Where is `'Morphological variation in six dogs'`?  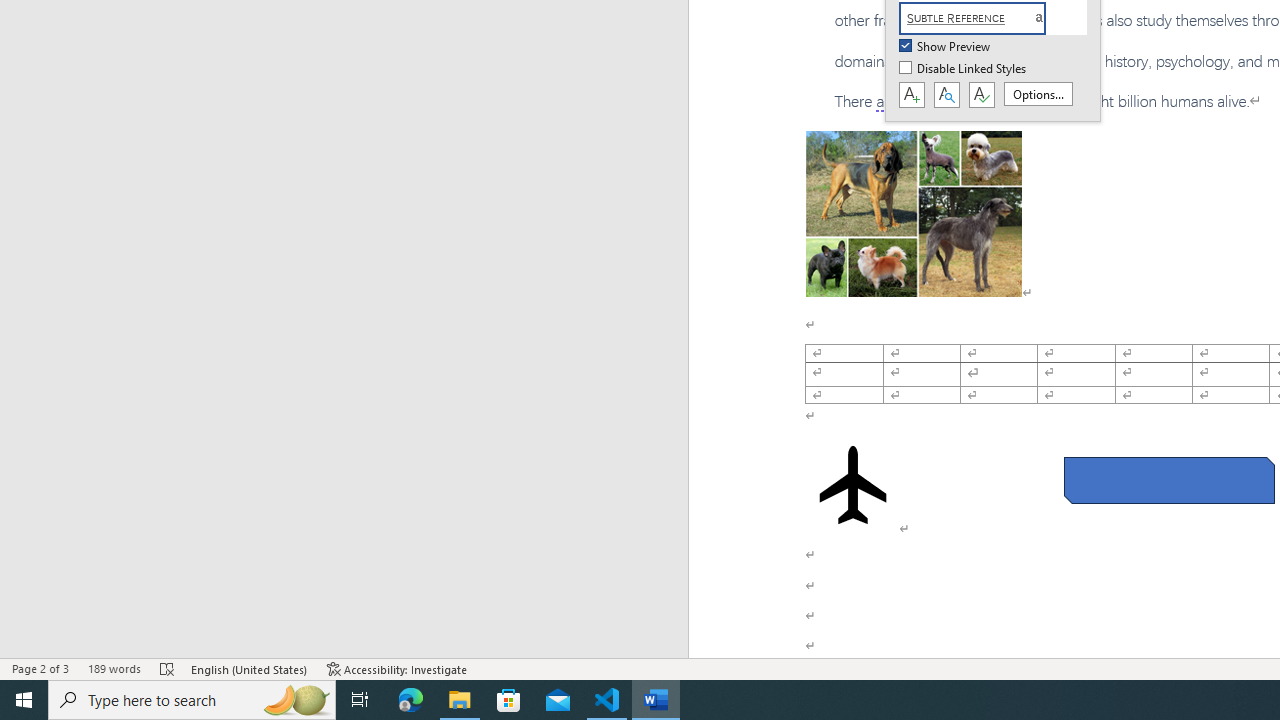
'Morphological variation in six dogs' is located at coordinates (912, 213).